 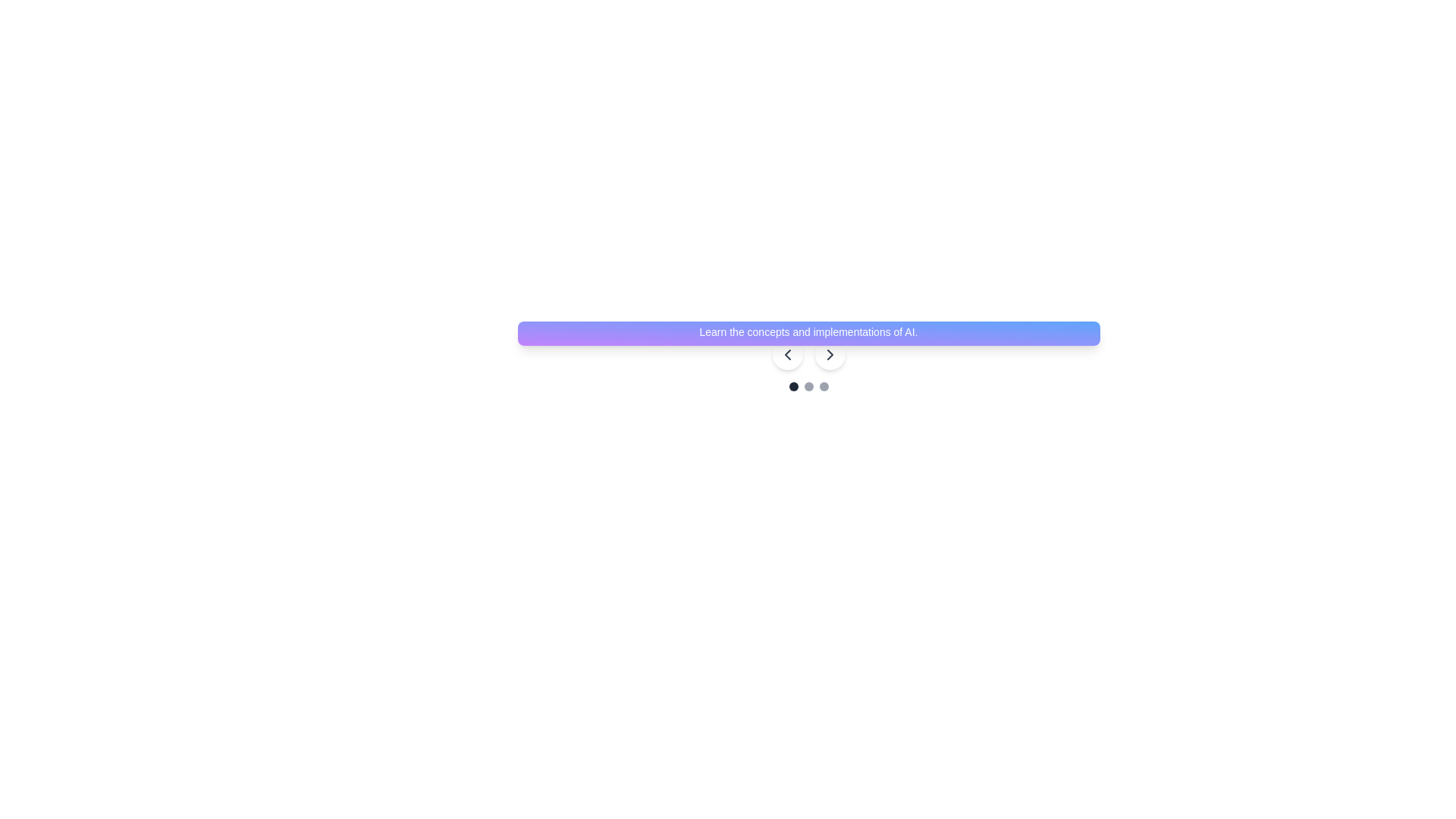 I want to click on the rectangular banner styled with a gradient from purple to blue that features the text 'Learn the concepts and implementations of AI.' centered inside it, so click(x=808, y=332).